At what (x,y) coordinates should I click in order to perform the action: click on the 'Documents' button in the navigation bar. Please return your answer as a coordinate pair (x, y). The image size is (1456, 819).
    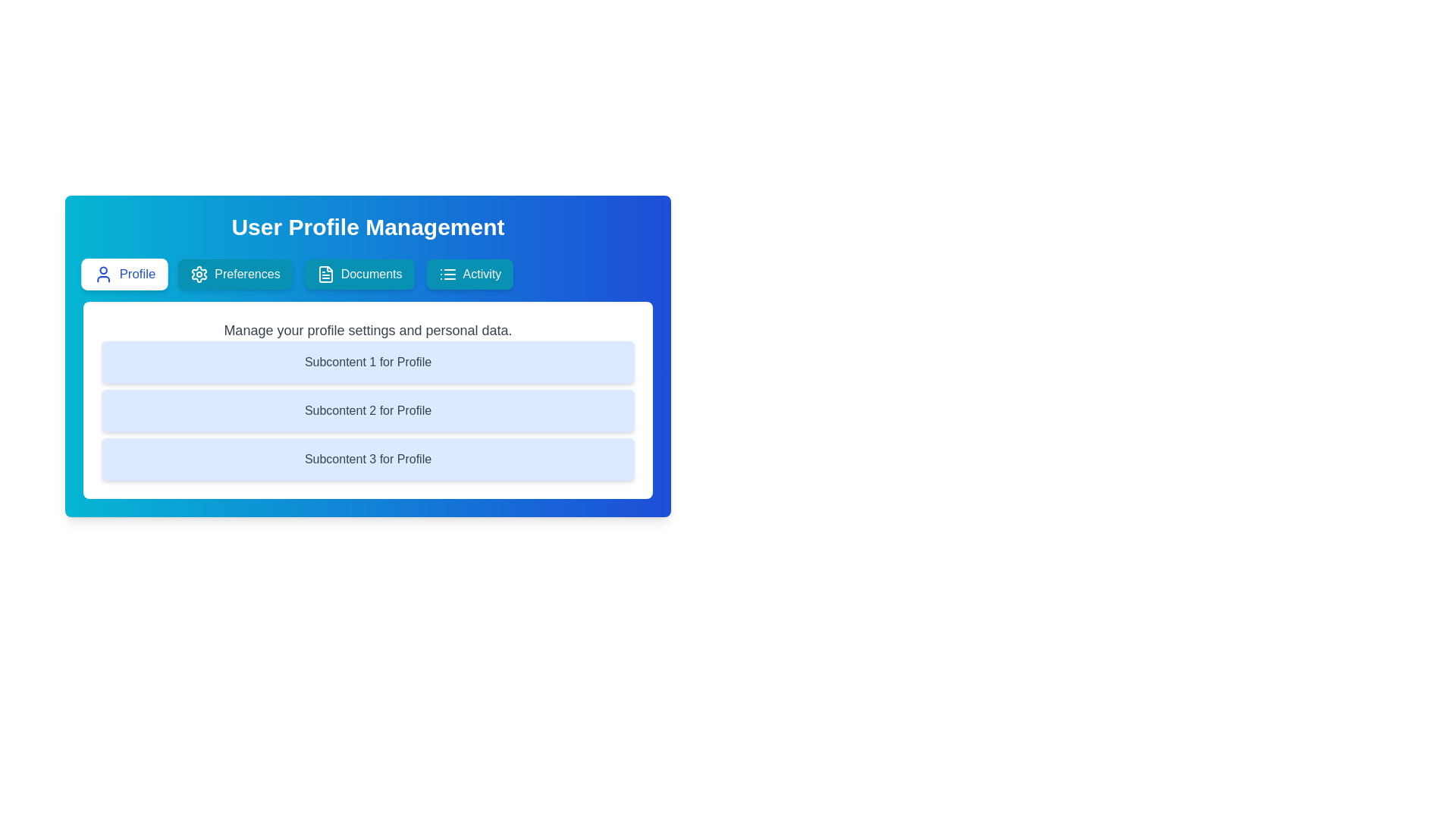
    Looking at the image, I should click on (325, 275).